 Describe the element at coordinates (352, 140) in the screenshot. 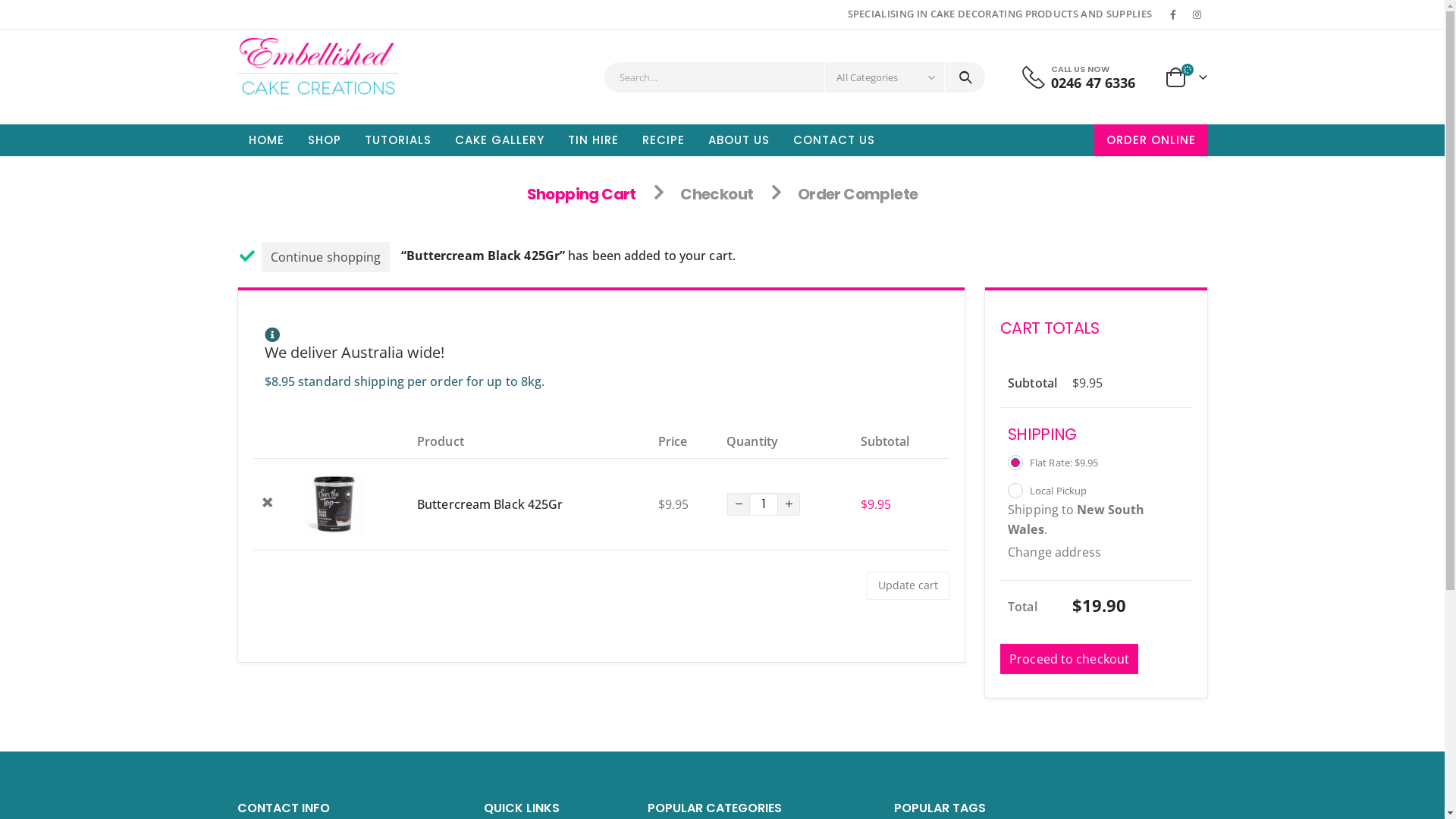

I see `'TUTORIALS'` at that location.